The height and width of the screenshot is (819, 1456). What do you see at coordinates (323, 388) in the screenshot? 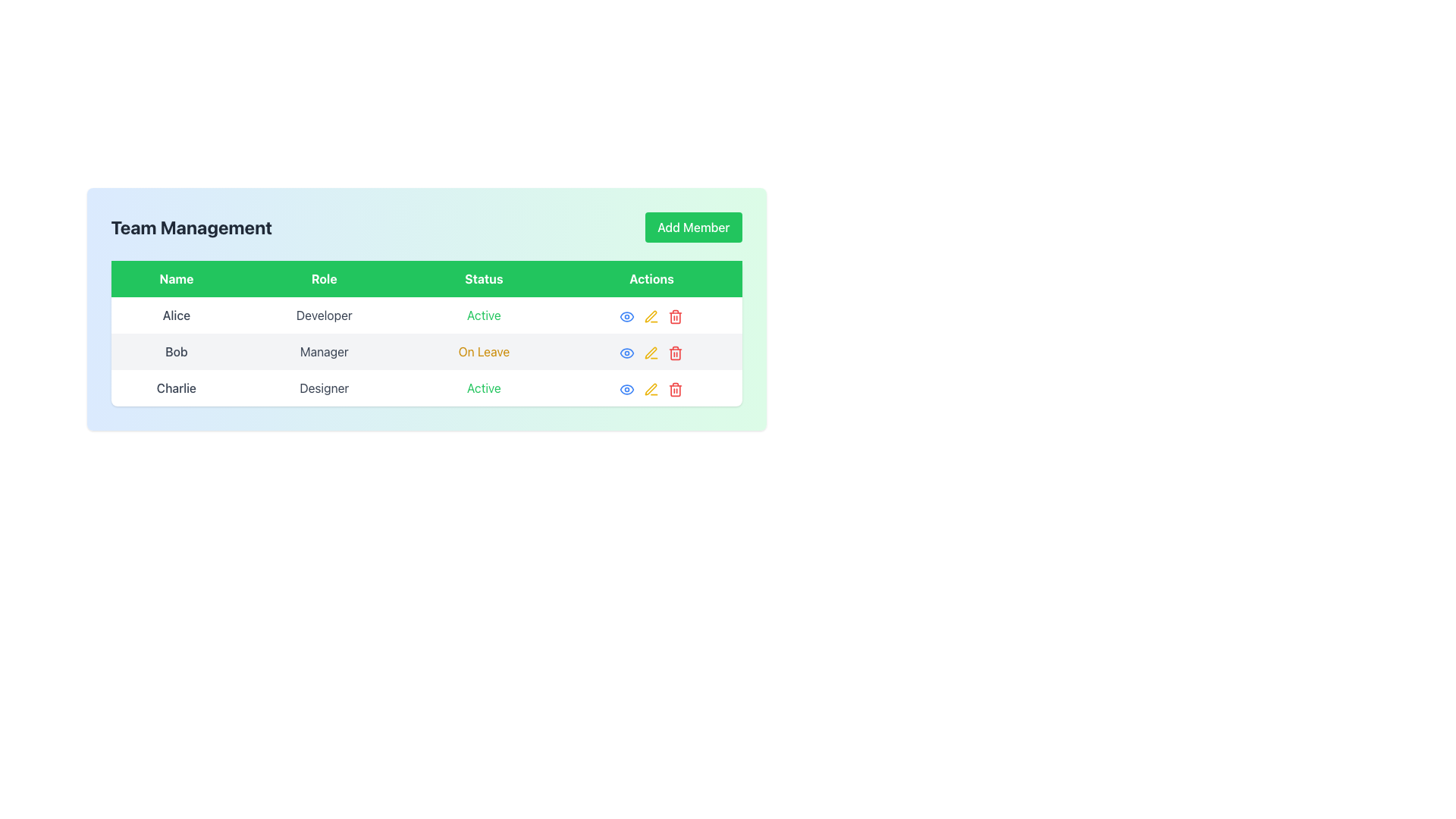
I see `the text label displaying the job title 'Designer' for the user 'Charlie' in the Role column of the table` at bounding box center [323, 388].